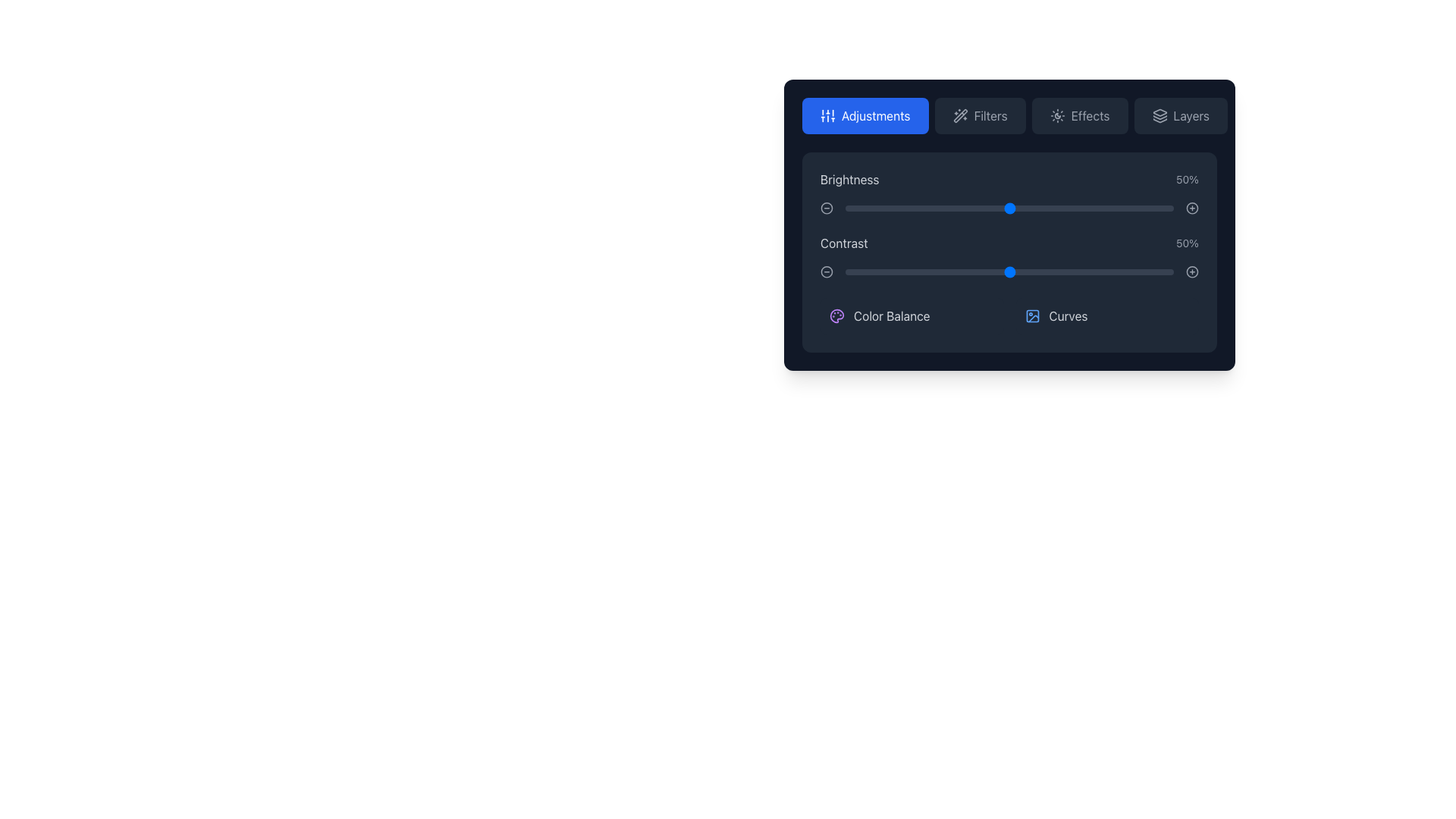 The width and height of the screenshot is (1456, 819). I want to click on contrast, so click(1009, 271).